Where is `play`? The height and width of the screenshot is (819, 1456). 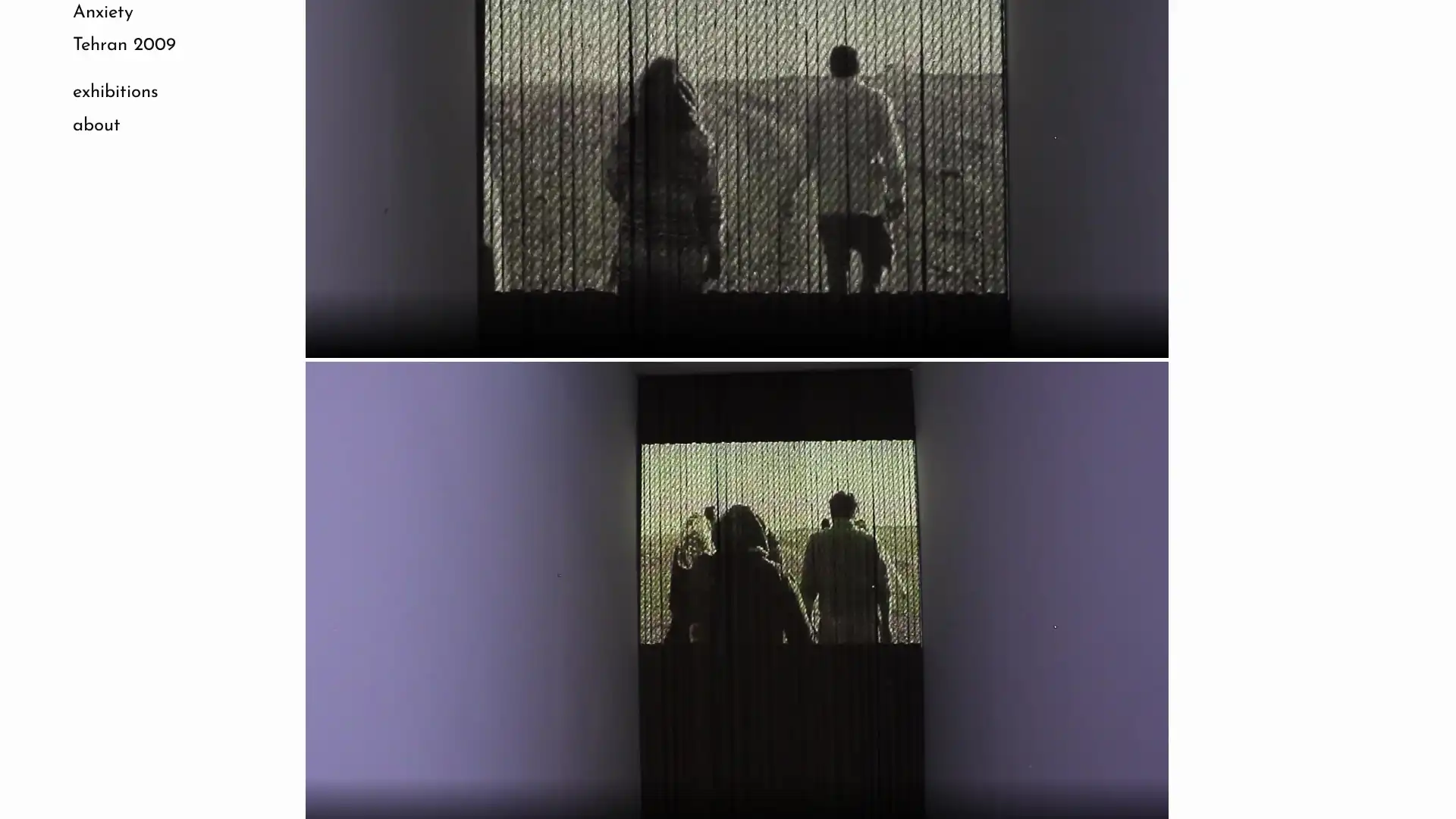 play is located at coordinates (323, 320).